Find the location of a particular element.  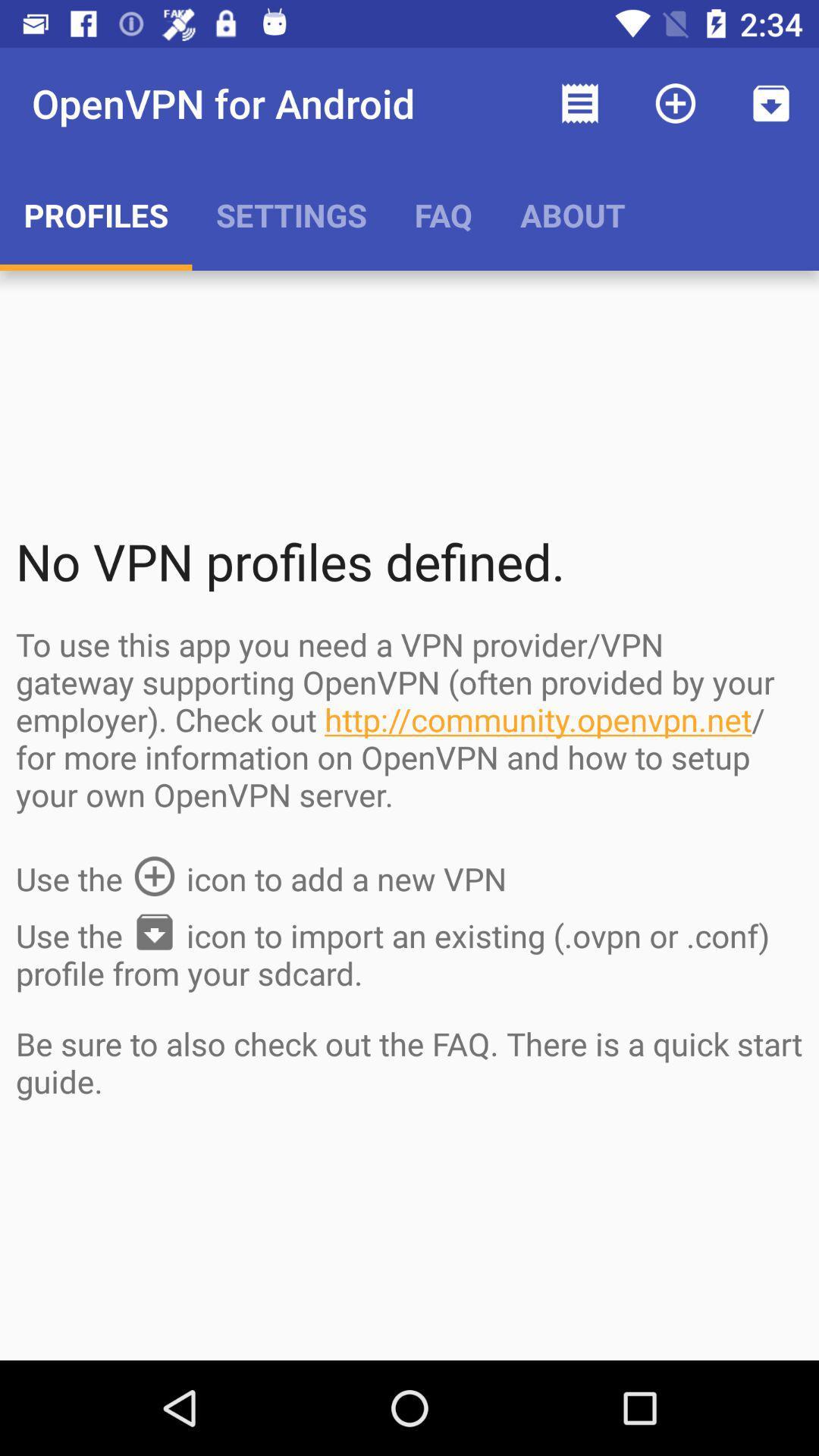

settings app is located at coordinates (291, 214).